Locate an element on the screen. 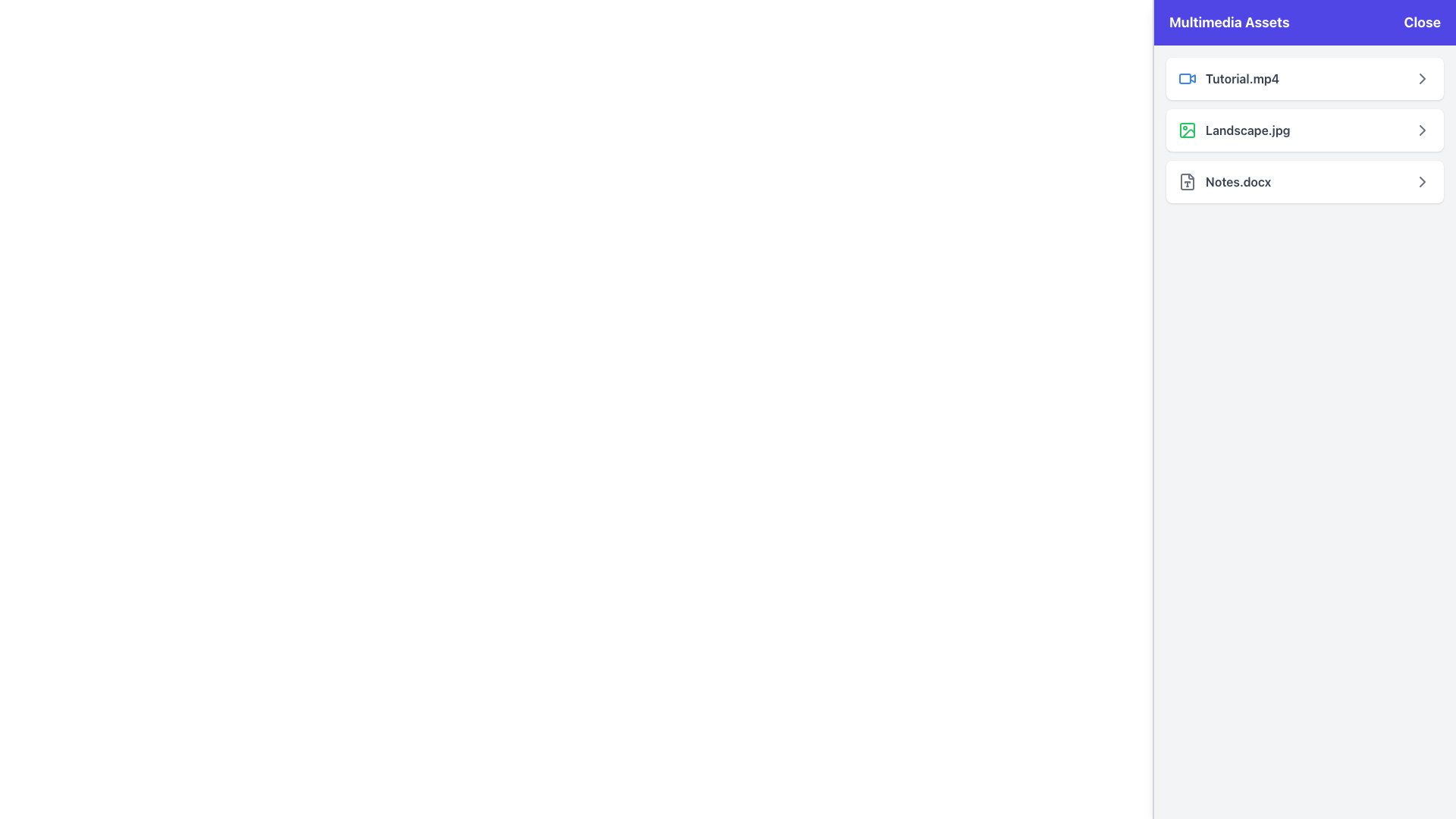 Image resolution: width=1456 pixels, height=819 pixels. the navigation button located to the far right of the 'Landscape.jpg' entry in the 'Multimedia Assets' section is located at coordinates (1422, 130).